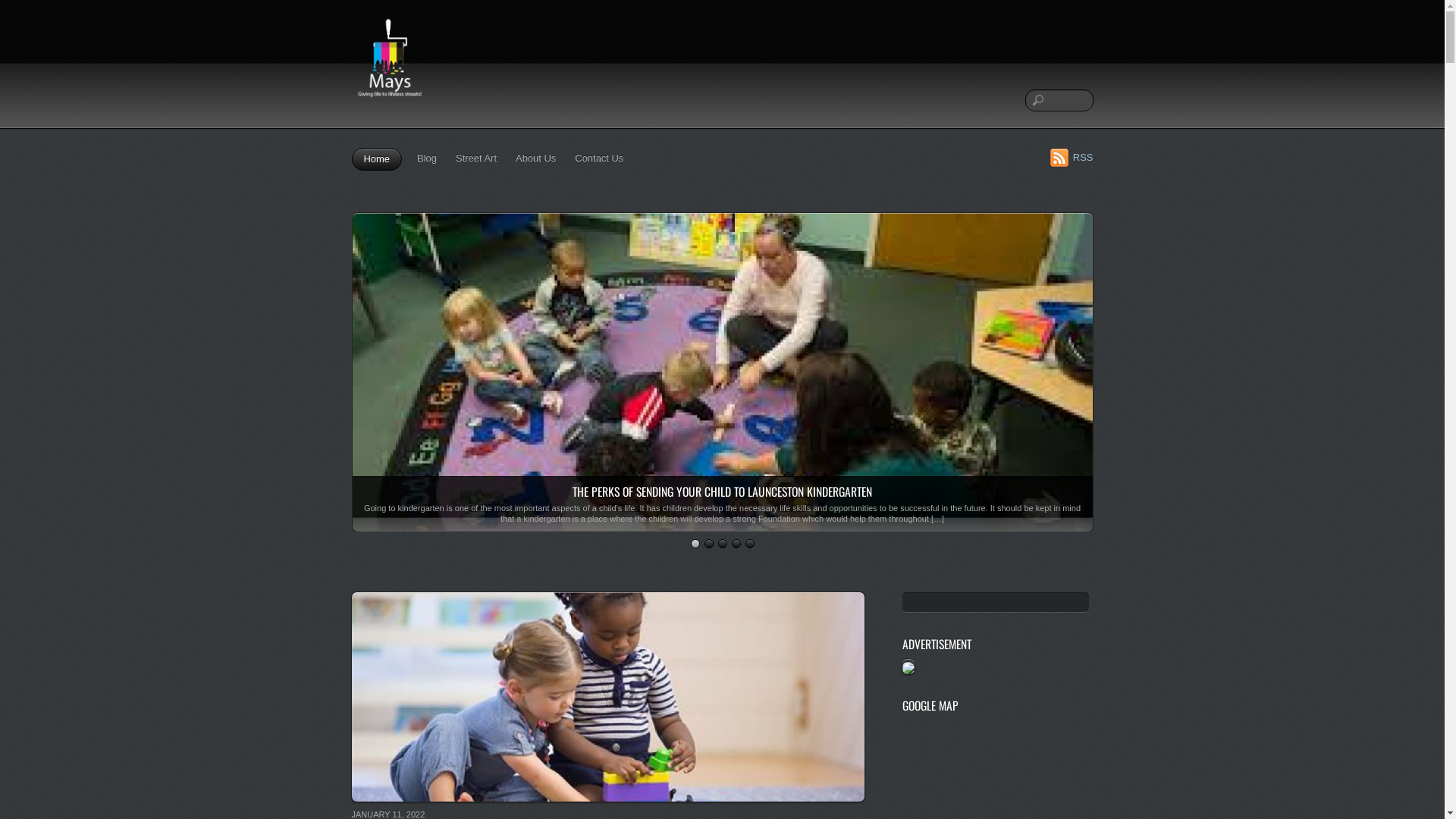  I want to click on '2', so click(708, 543).